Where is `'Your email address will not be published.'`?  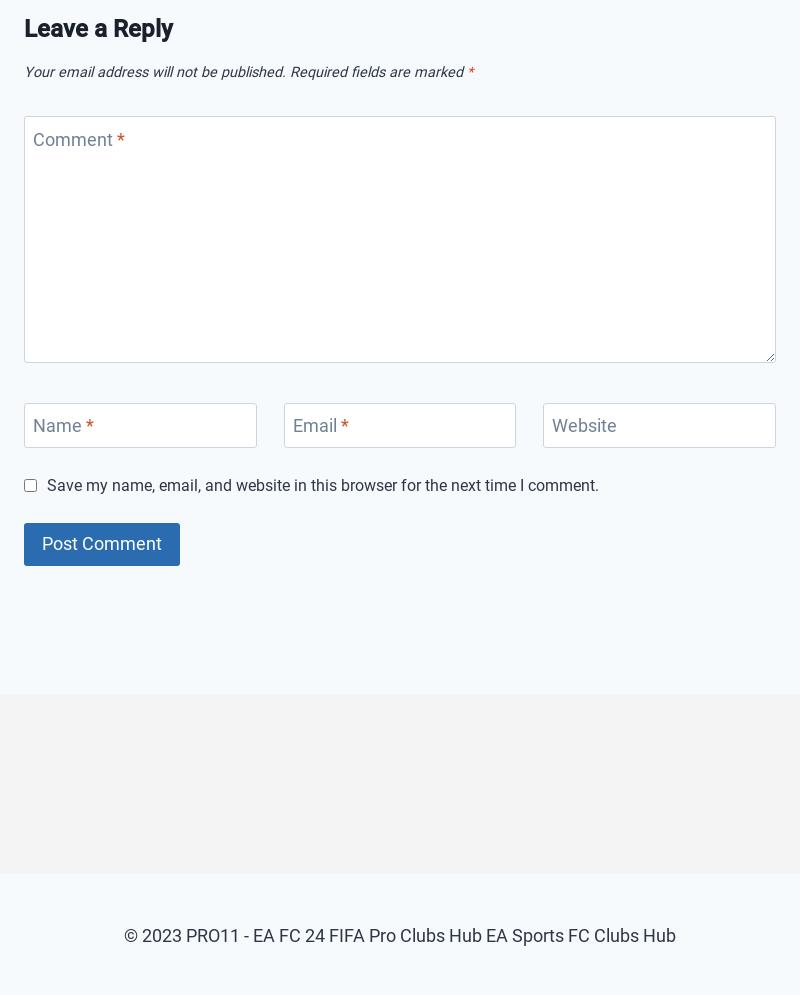 'Your email address will not be published.' is located at coordinates (154, 70).